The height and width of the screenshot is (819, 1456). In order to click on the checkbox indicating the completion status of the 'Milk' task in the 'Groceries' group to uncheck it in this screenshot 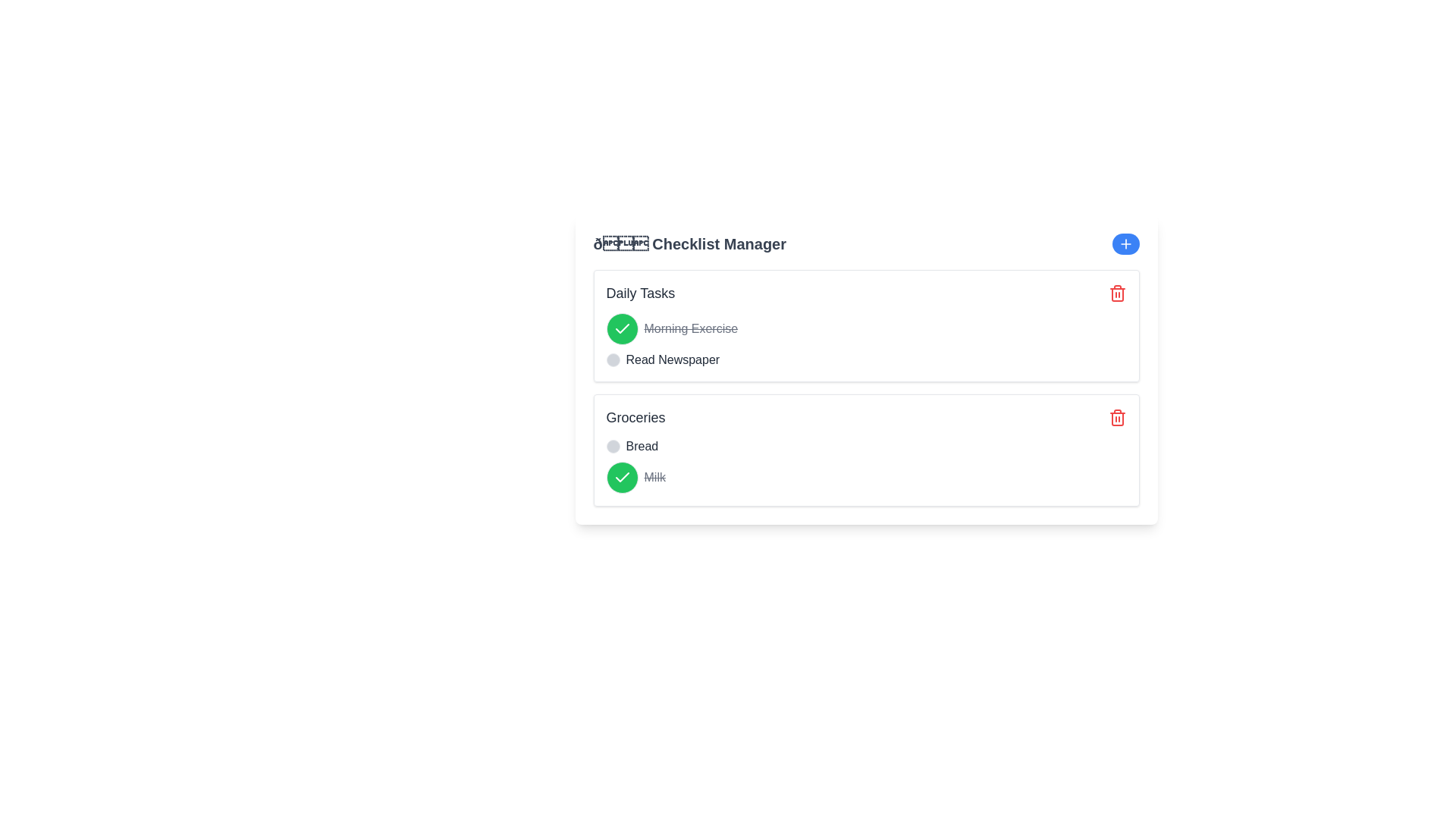, I will do `click(866, 476)`.